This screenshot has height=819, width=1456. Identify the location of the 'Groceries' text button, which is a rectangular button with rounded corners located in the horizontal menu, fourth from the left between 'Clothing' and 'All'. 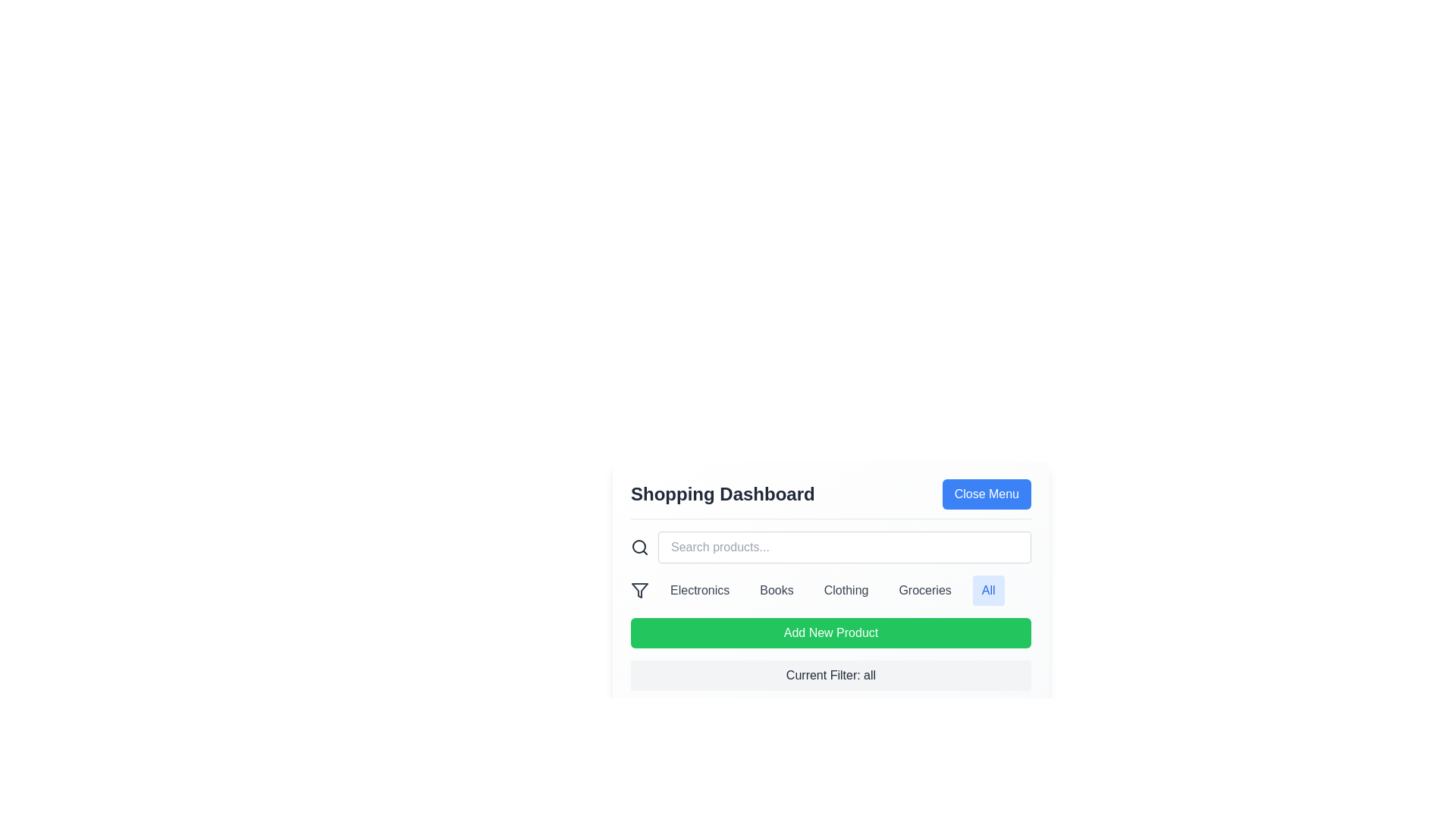
(924, 590).